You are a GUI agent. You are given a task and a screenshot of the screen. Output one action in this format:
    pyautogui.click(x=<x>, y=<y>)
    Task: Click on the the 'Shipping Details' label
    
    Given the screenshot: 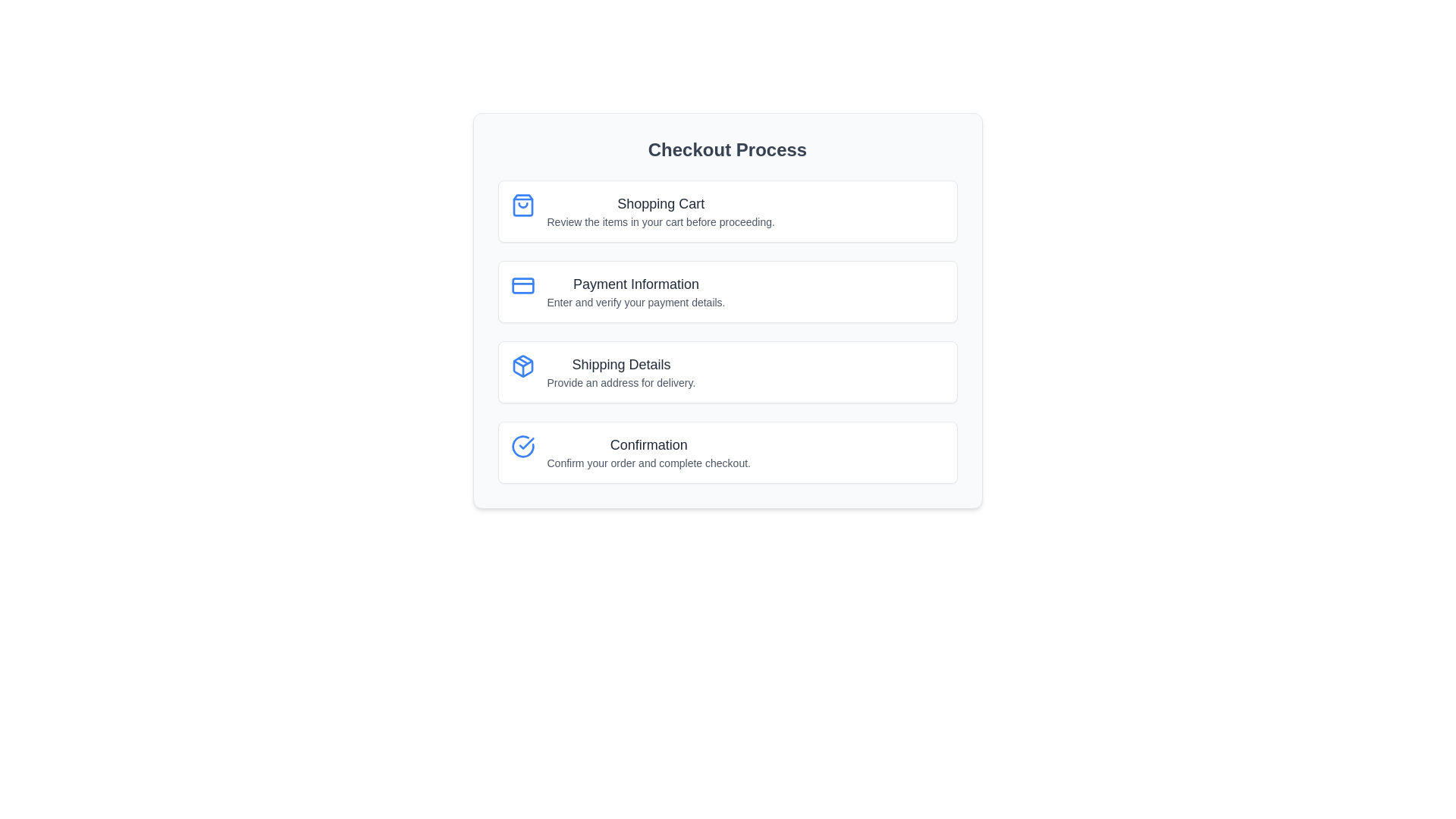 What is the action you would take?
    pyautogui.click(x=621, y=372)
    